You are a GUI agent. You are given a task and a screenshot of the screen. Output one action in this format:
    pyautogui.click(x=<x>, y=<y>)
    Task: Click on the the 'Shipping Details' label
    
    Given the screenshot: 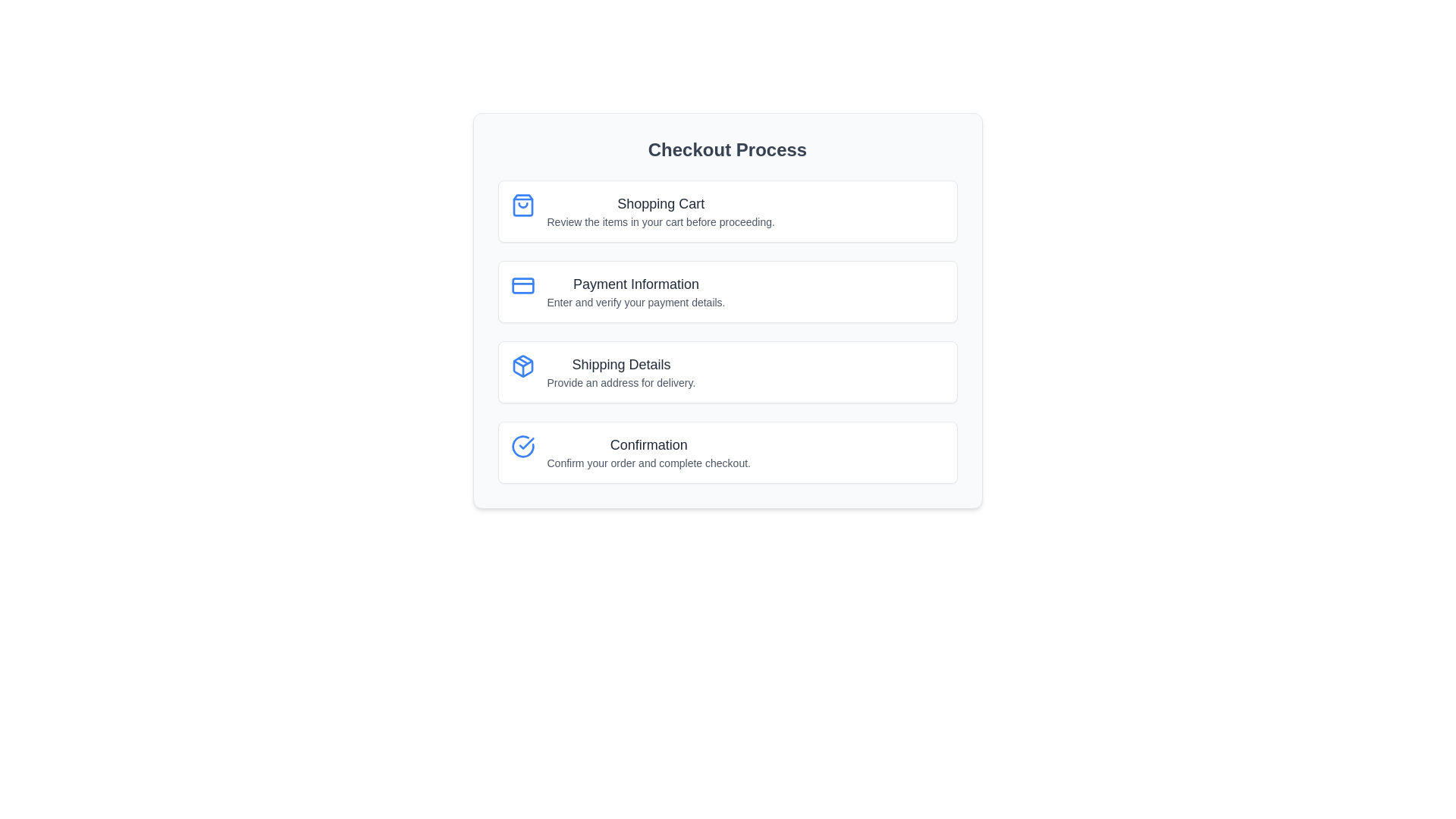 What is the action you would take?
    pyautogui.click(x=621, y=372)
    